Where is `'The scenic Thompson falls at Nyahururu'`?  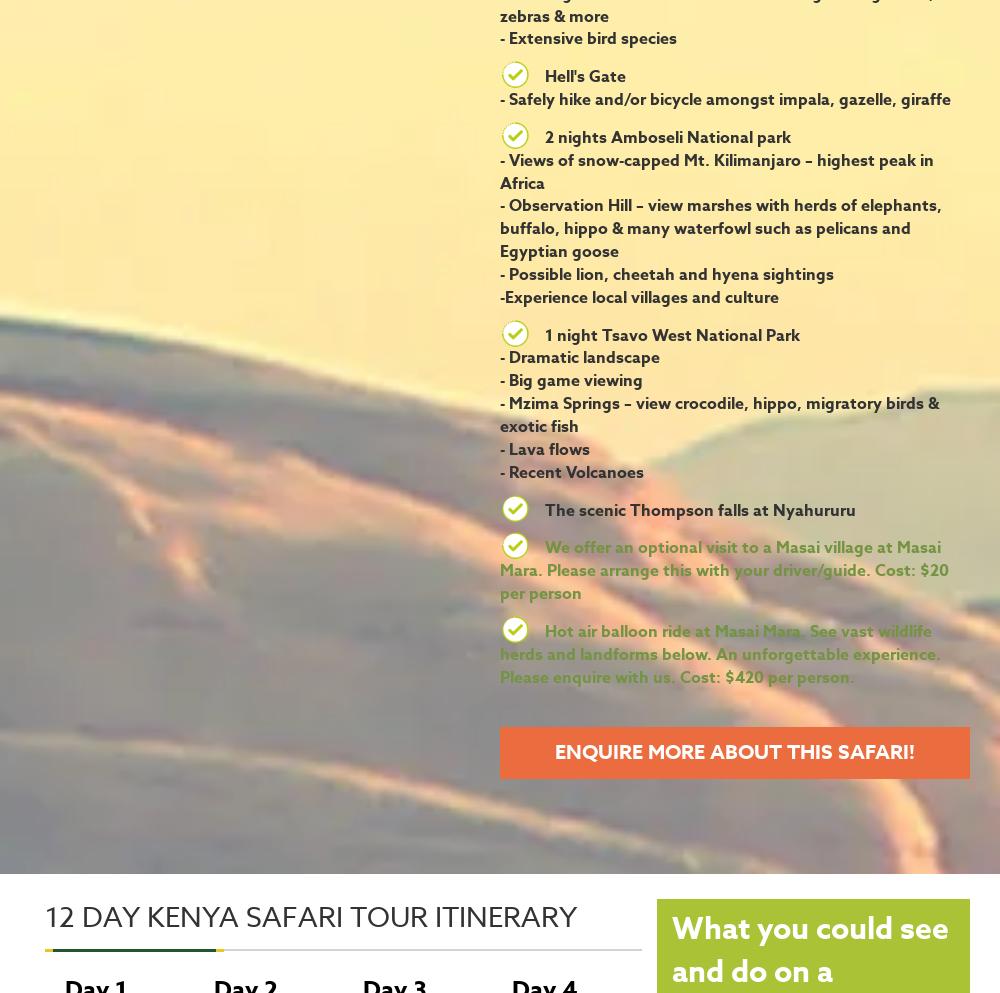
'The scenic Thompson falls at Nyahururu' is located at coordinates (699, 510).